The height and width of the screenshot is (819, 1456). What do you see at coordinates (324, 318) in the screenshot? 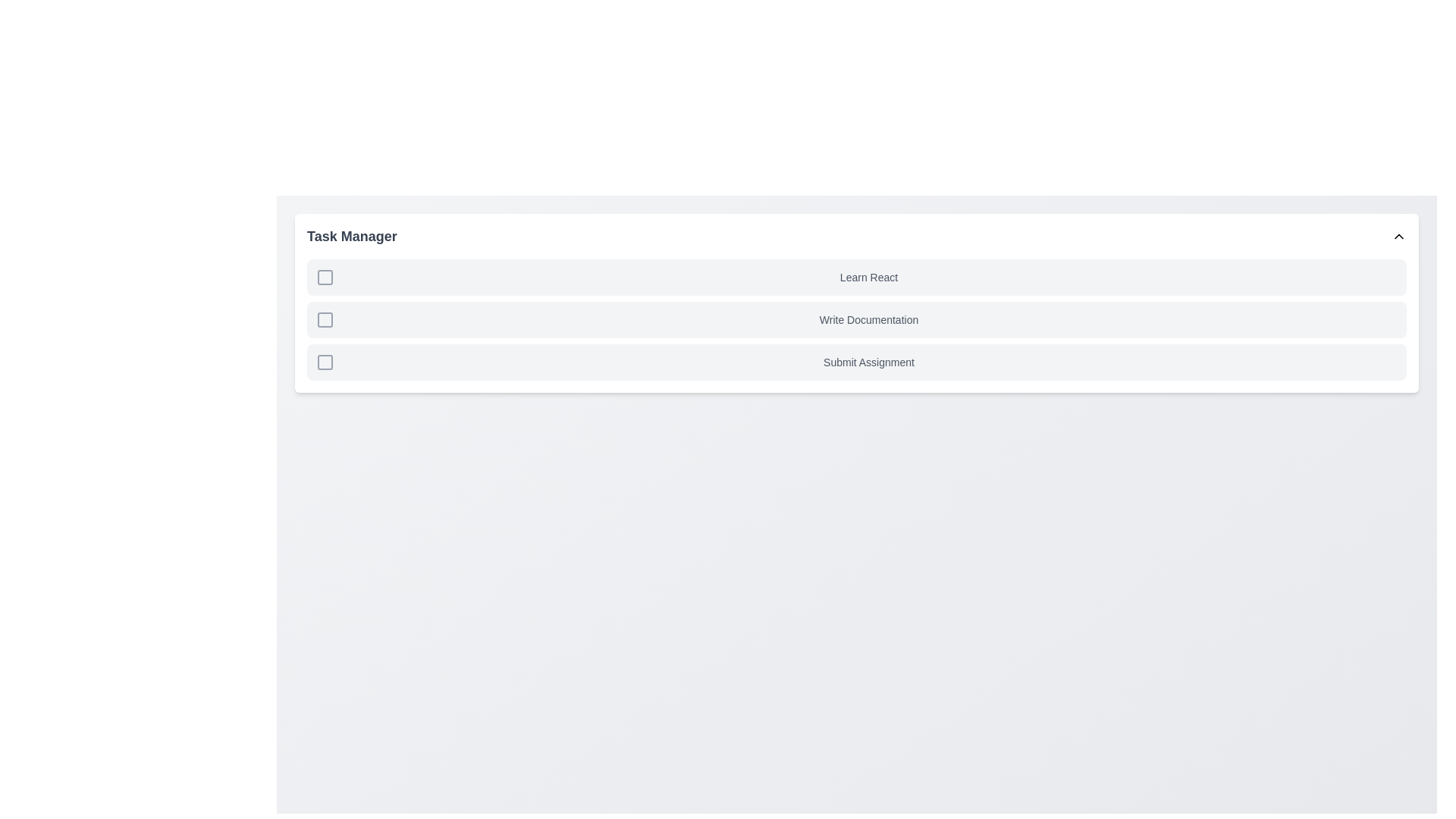
I see `the checkbox for task Write Documentation` at bounding box center [324, 318].